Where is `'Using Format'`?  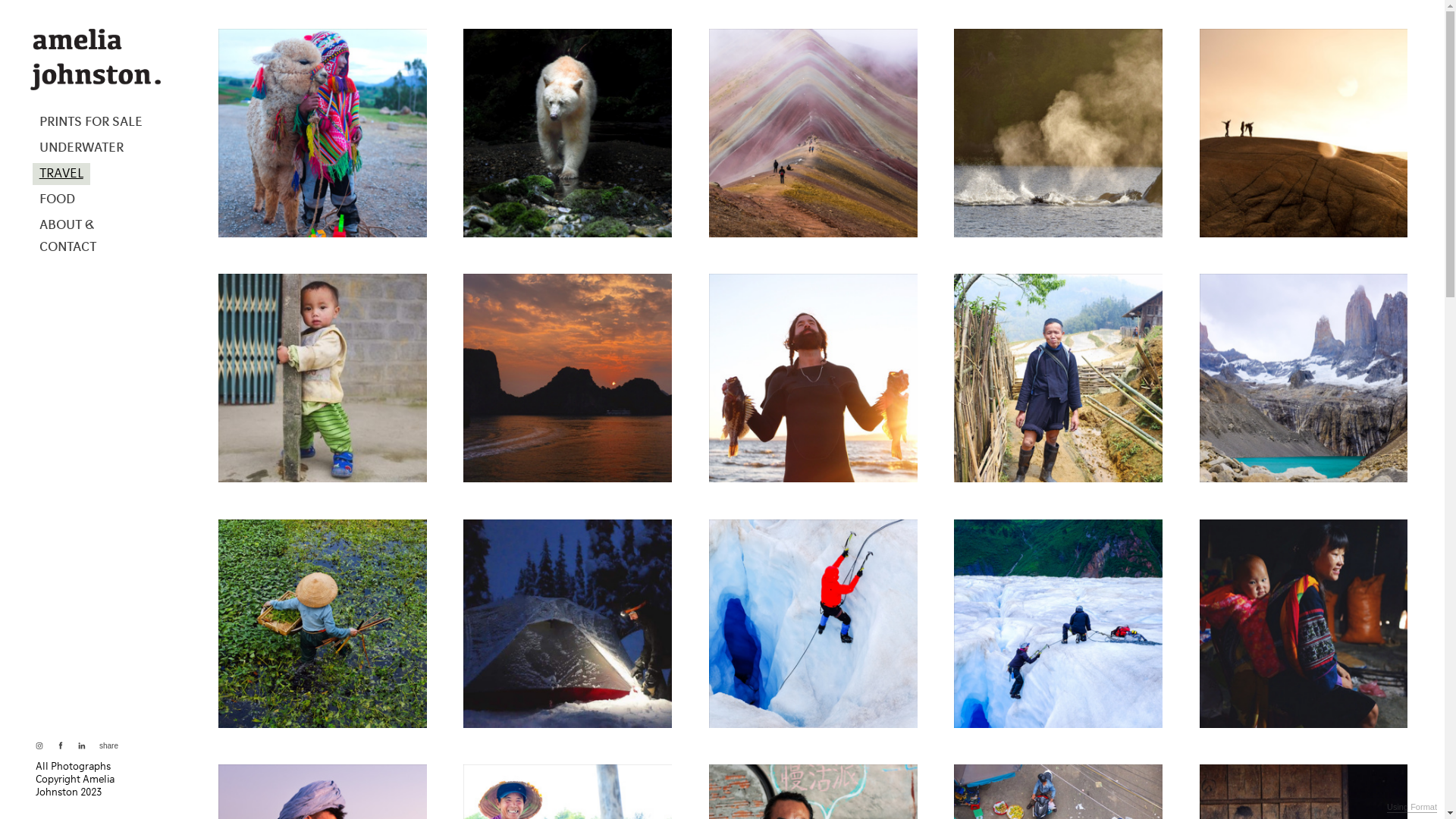
'Using Format' is located at coordinates (1411, 806).